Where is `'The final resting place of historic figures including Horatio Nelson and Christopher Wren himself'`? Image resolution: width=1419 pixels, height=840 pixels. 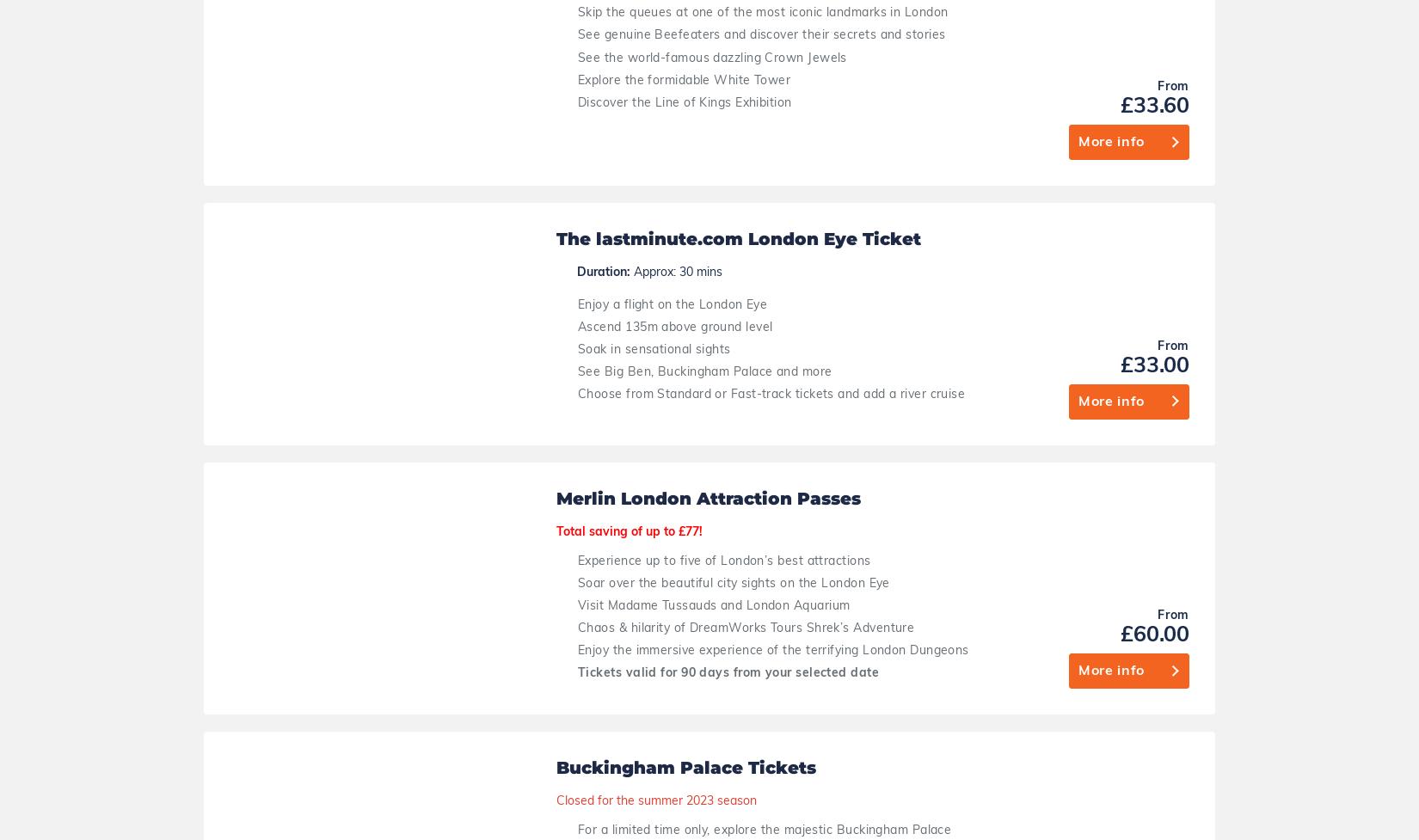 'The final resting place of historic figures including Horatio Nelson and Christopher Wren himself' is located at coordinates (783, 269).